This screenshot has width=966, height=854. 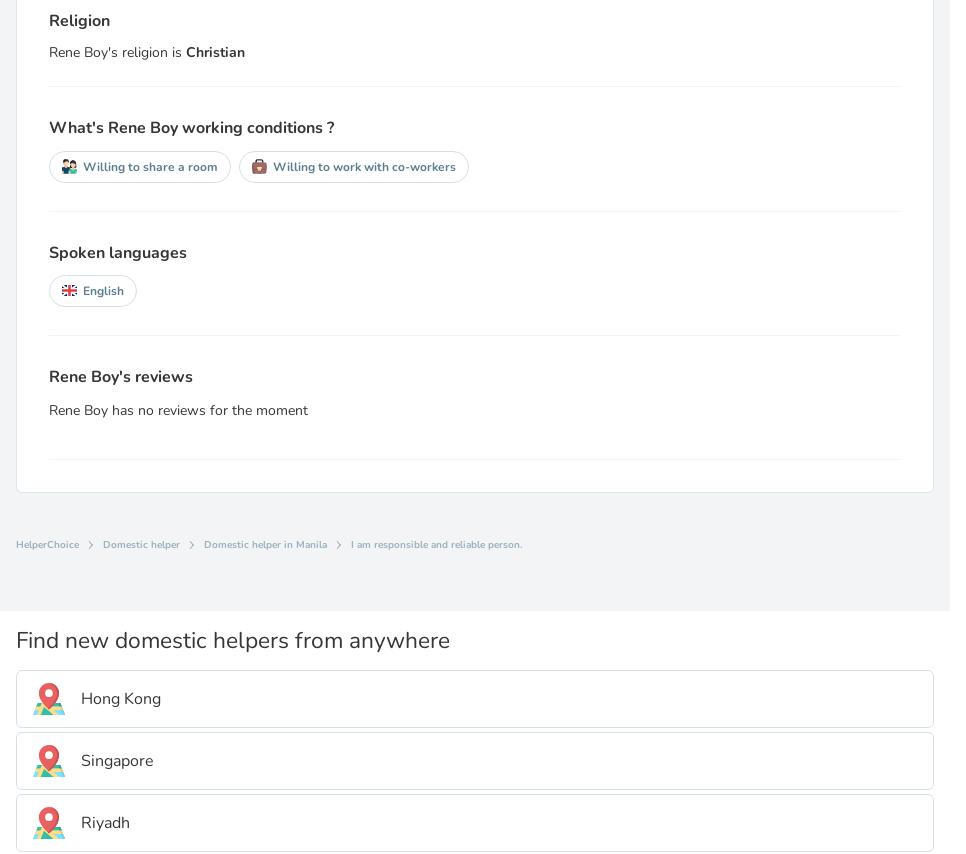 I want to click on 'HelperChoice', so click(x=47, y=543).